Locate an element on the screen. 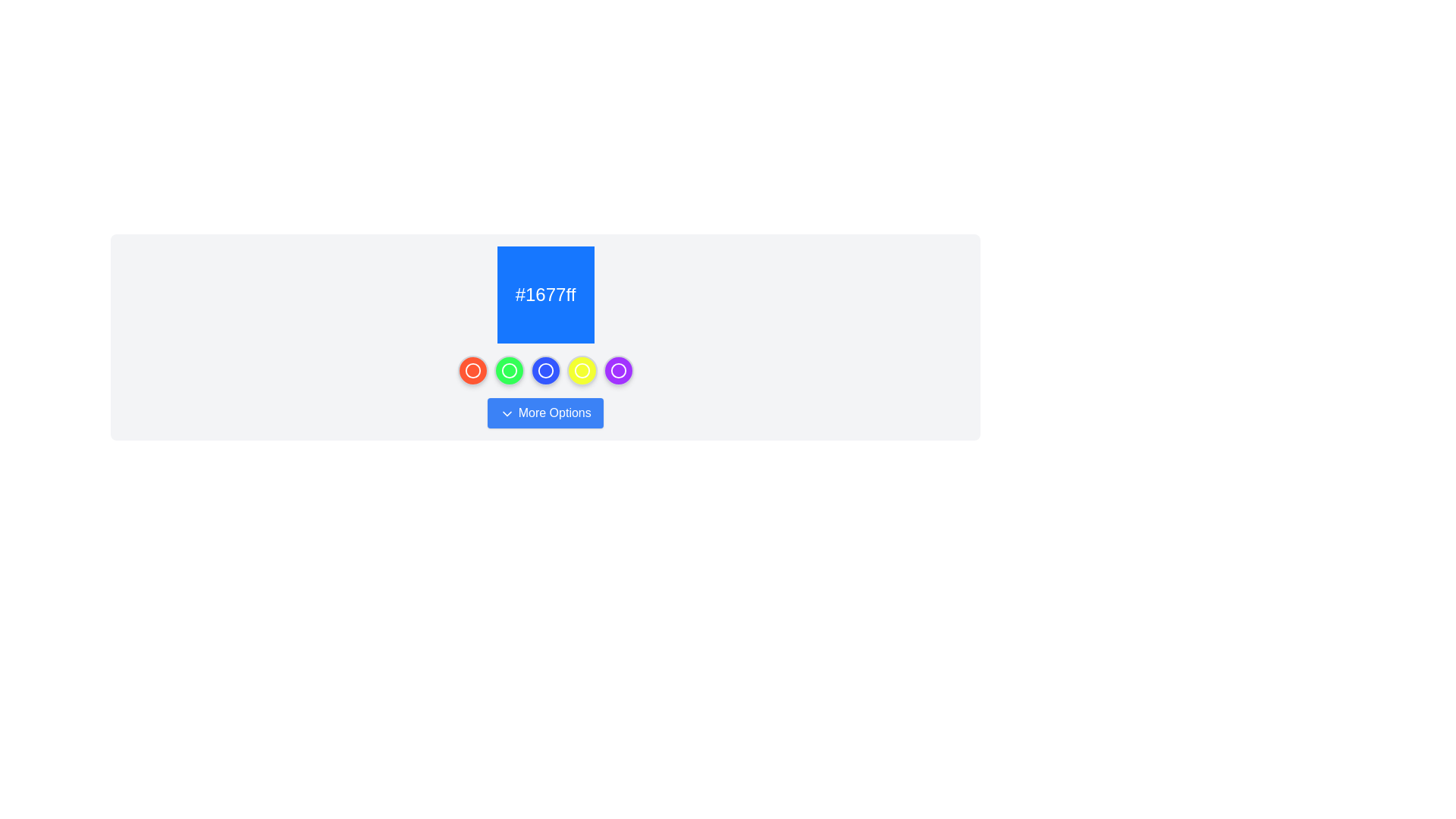 Image resolution: width=1456 pixels, height=819 pixels. the purple circle icon with a white outline, which is the fifth circle from the left in a row of five is located at coordinates (618, 371).